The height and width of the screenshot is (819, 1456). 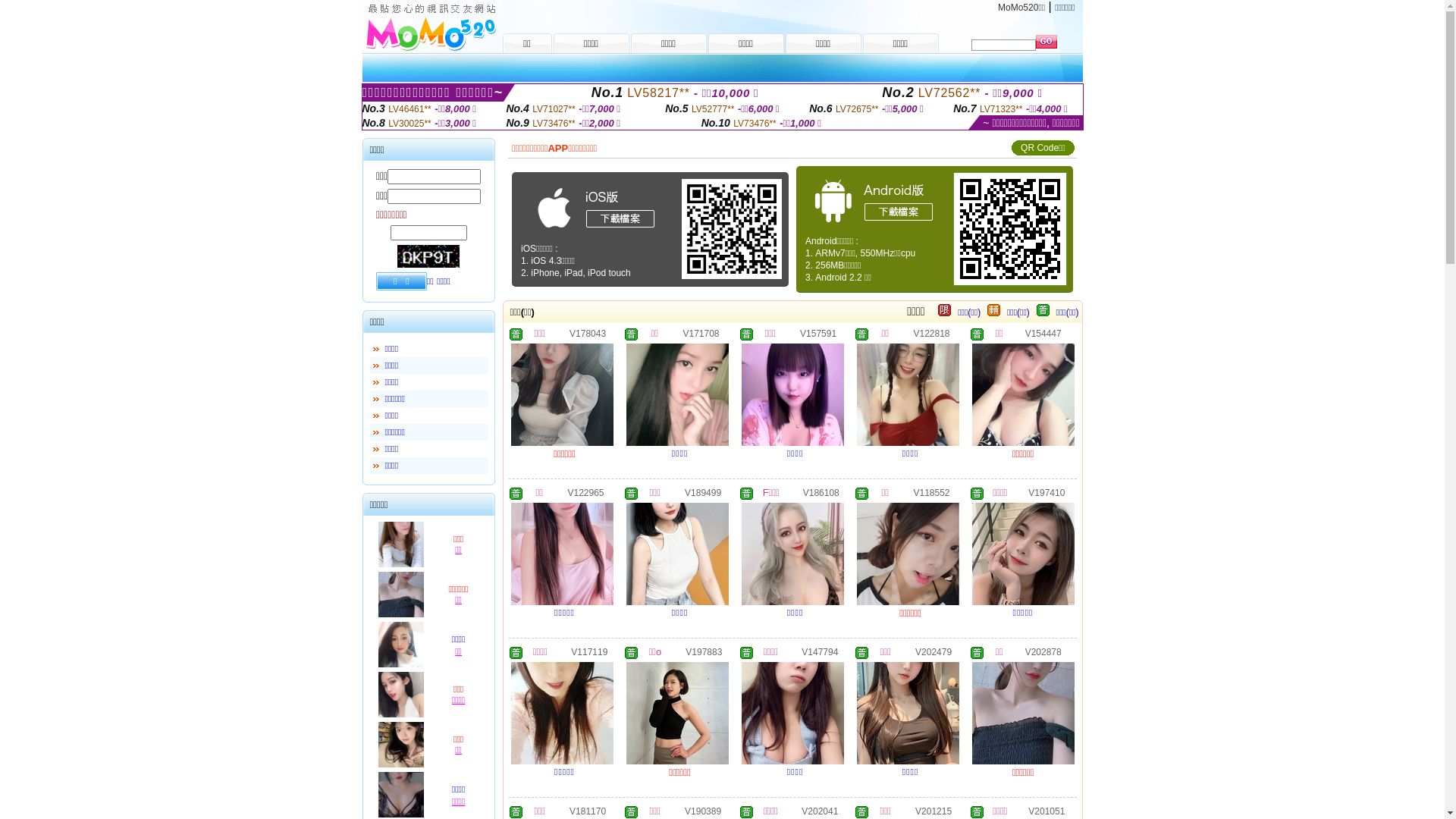 I want to click on 'V189499', so click(x=701, y=491).